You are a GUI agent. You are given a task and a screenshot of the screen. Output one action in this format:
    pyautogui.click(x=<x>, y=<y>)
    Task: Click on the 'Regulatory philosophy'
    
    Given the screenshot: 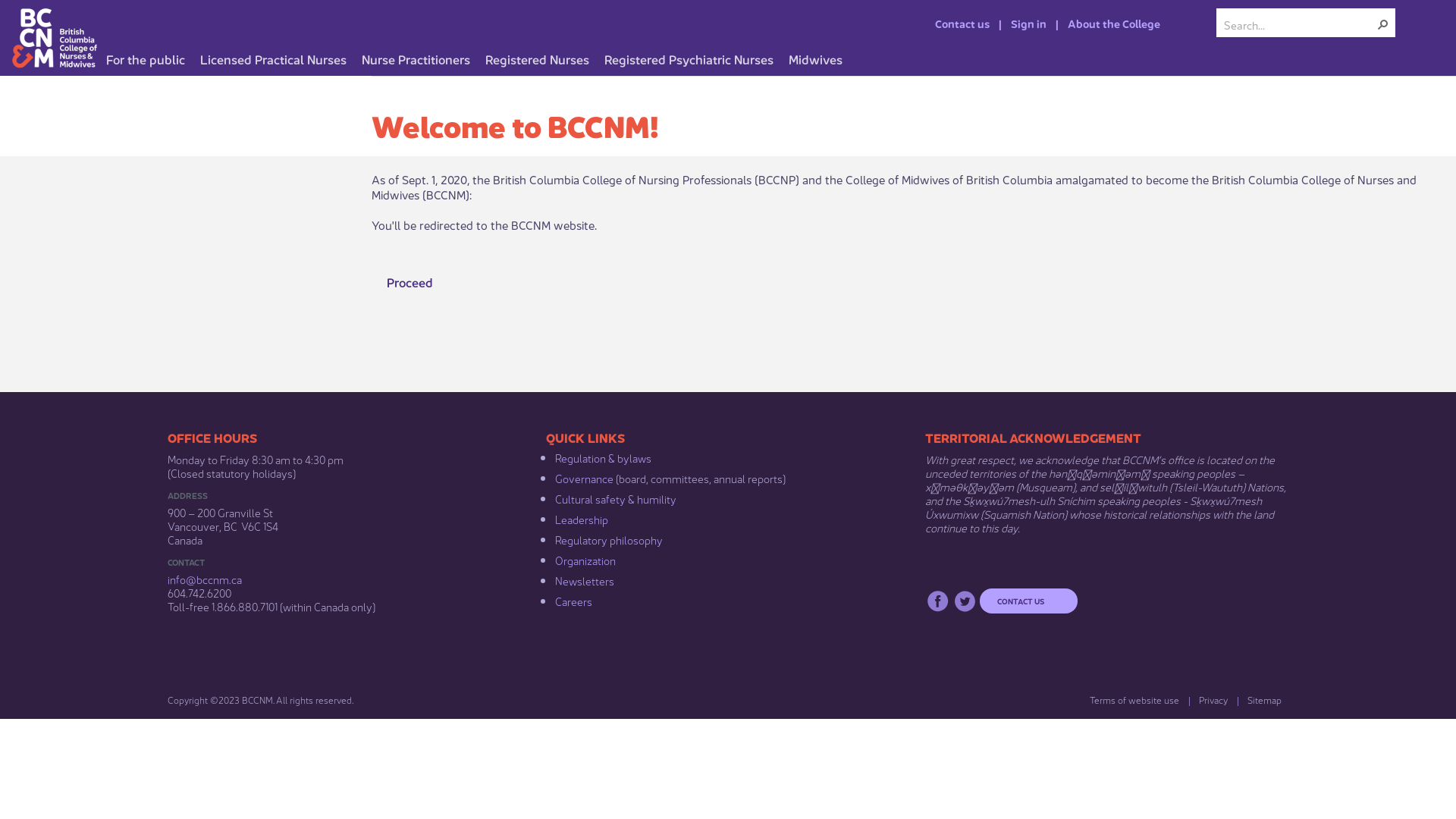 What is the action you would take?
    pyautogui.click(x=608, y=538)
    